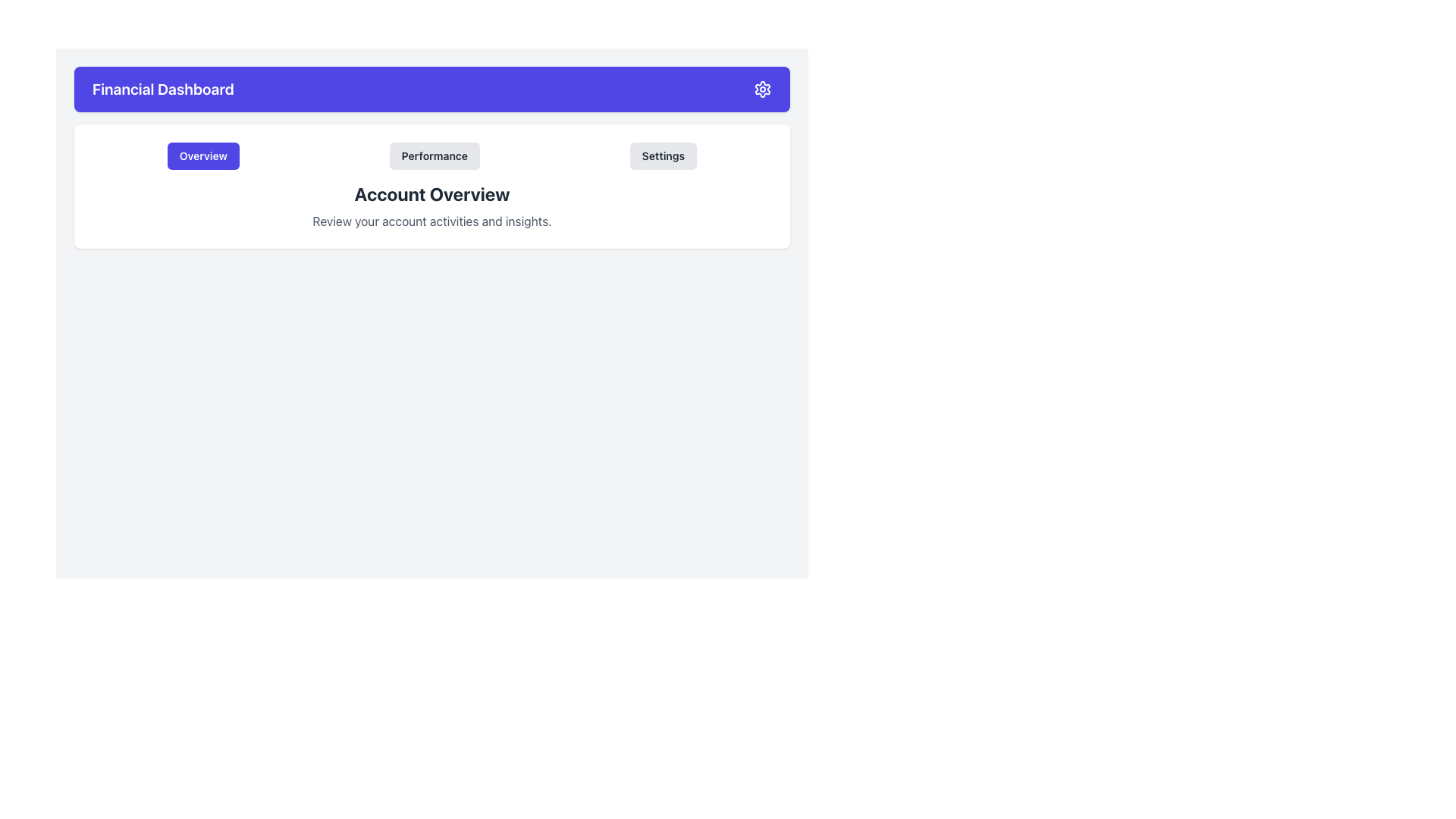 The width and height of the screenshot is (1456, 819). I want to click on text in the 'Account Overview' Text Block, which features prominently styled text and is located centrally below the buttons in the white panel of the Financial Dashboard, so click(431, 206).